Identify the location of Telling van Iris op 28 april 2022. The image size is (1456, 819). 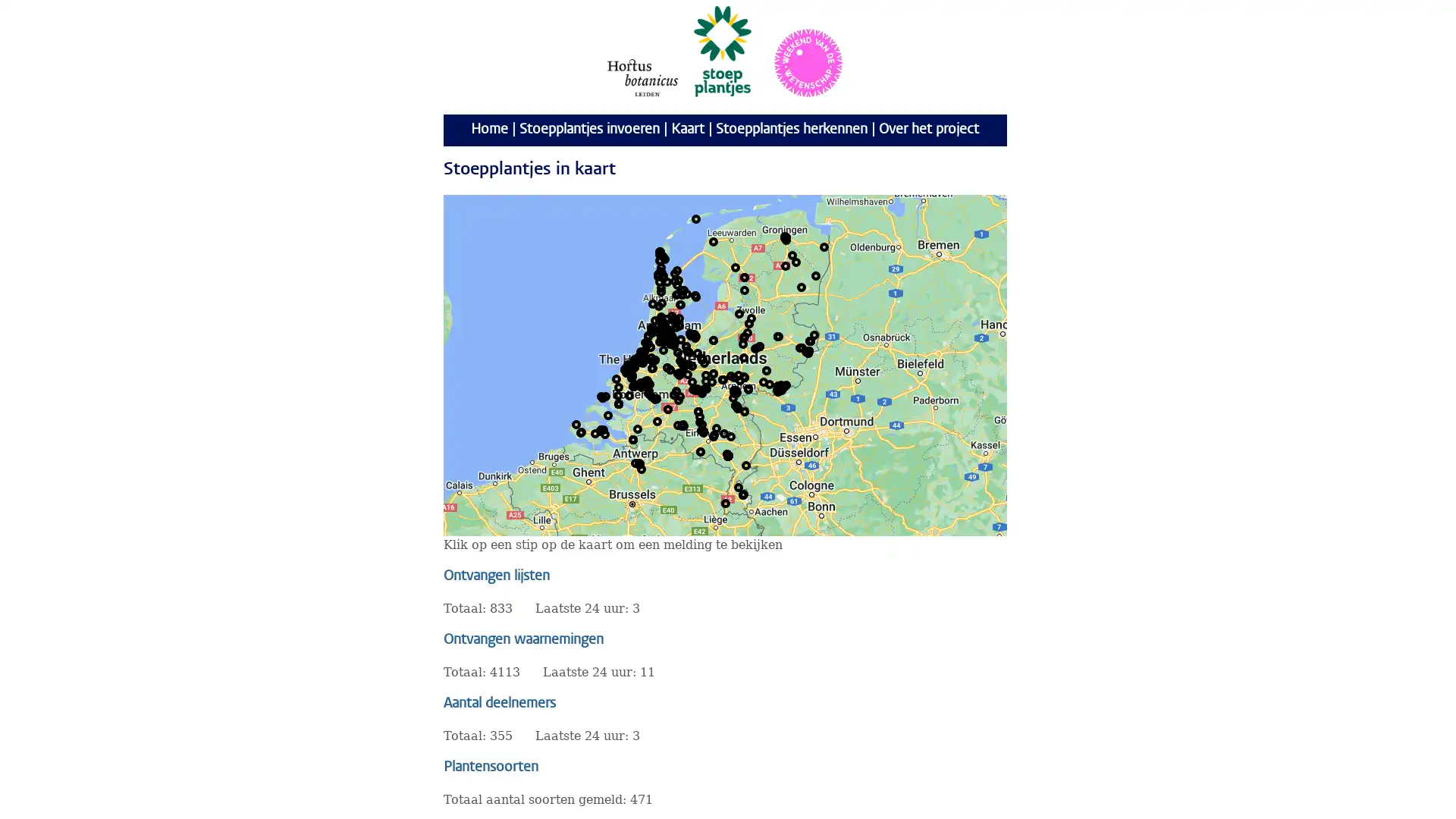
(701, 357).